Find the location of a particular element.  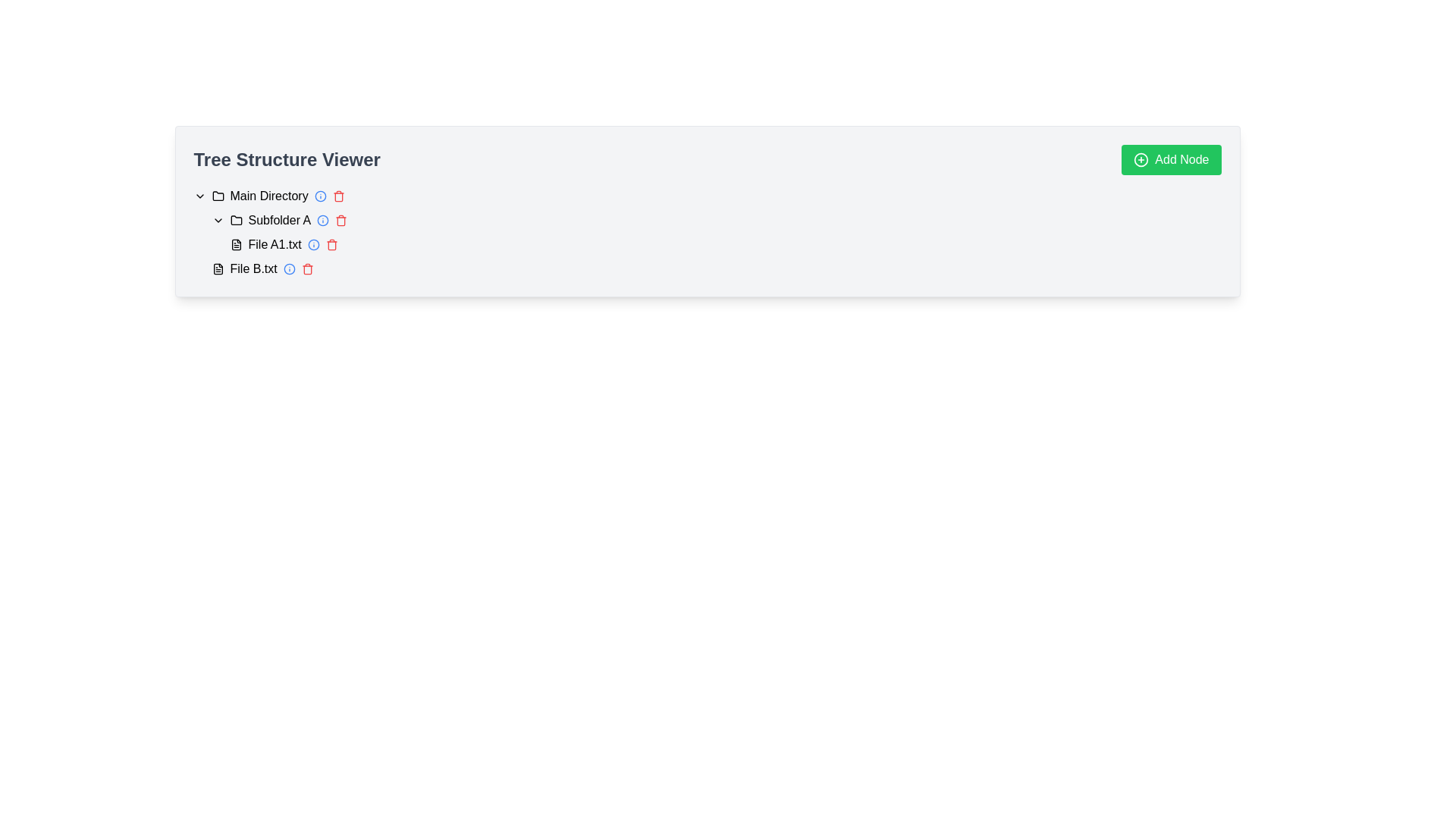

the red outlined trash bin icon located to the right of the text 'File B.txt' is located at coordinates (306, 268).